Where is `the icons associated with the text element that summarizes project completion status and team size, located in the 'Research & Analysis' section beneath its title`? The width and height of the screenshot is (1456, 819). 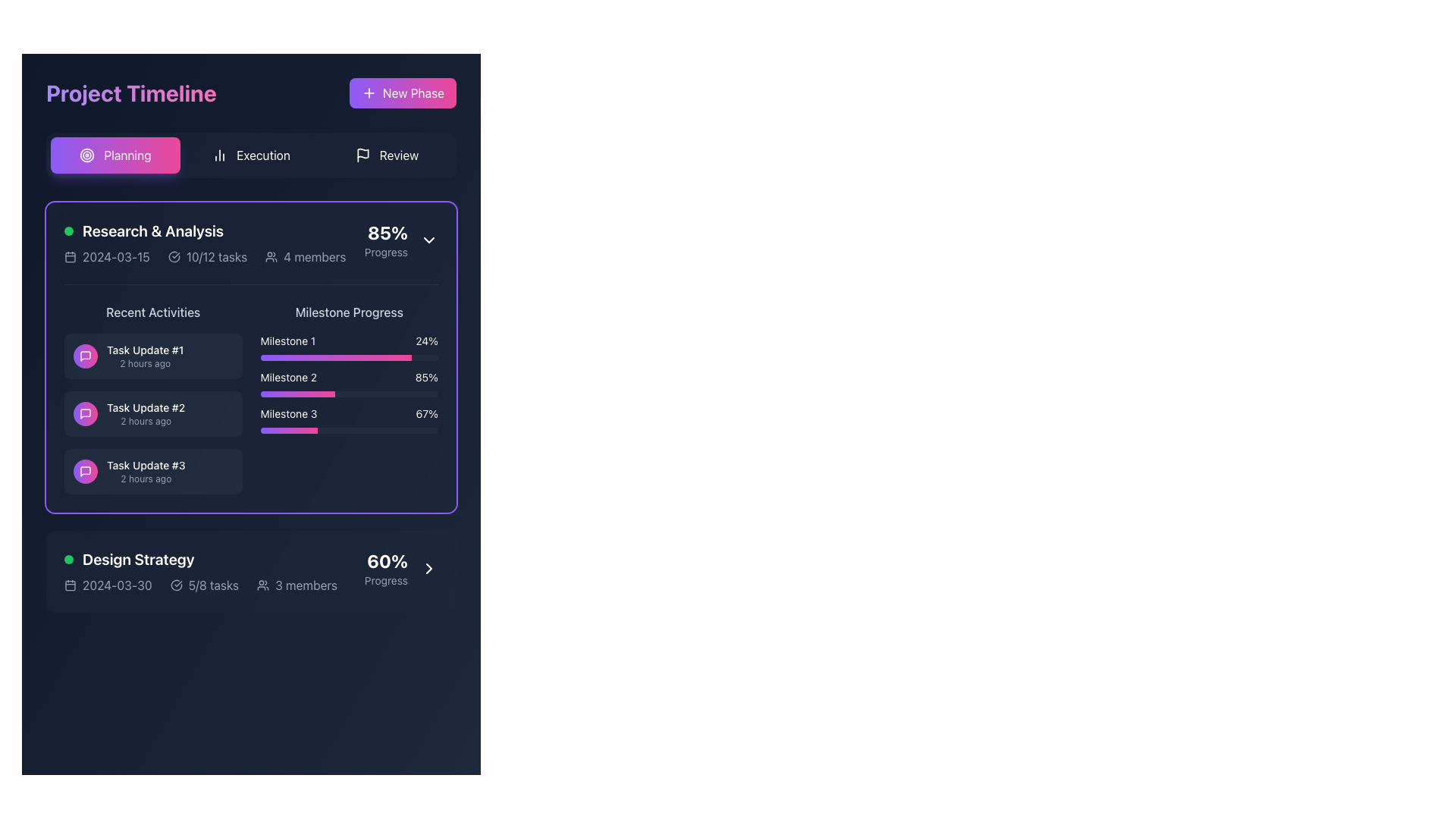 the icons associated with the text element that summarizes project completion status and team size, located in the 'Research & Analysis' section beneath its title is located at coordinates (204, 256).